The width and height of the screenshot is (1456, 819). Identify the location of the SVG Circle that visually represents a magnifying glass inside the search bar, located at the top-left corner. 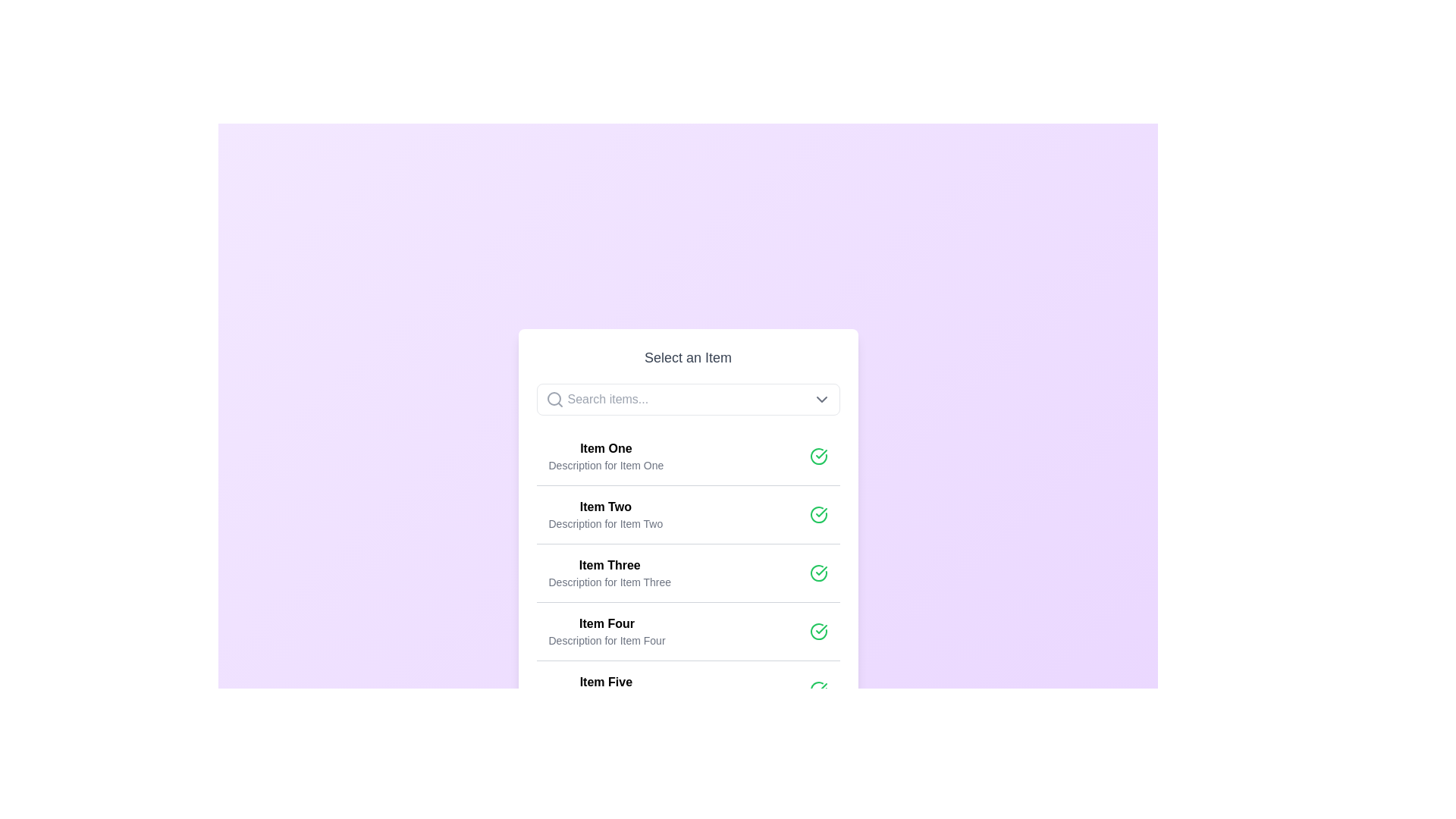
(553, 397).